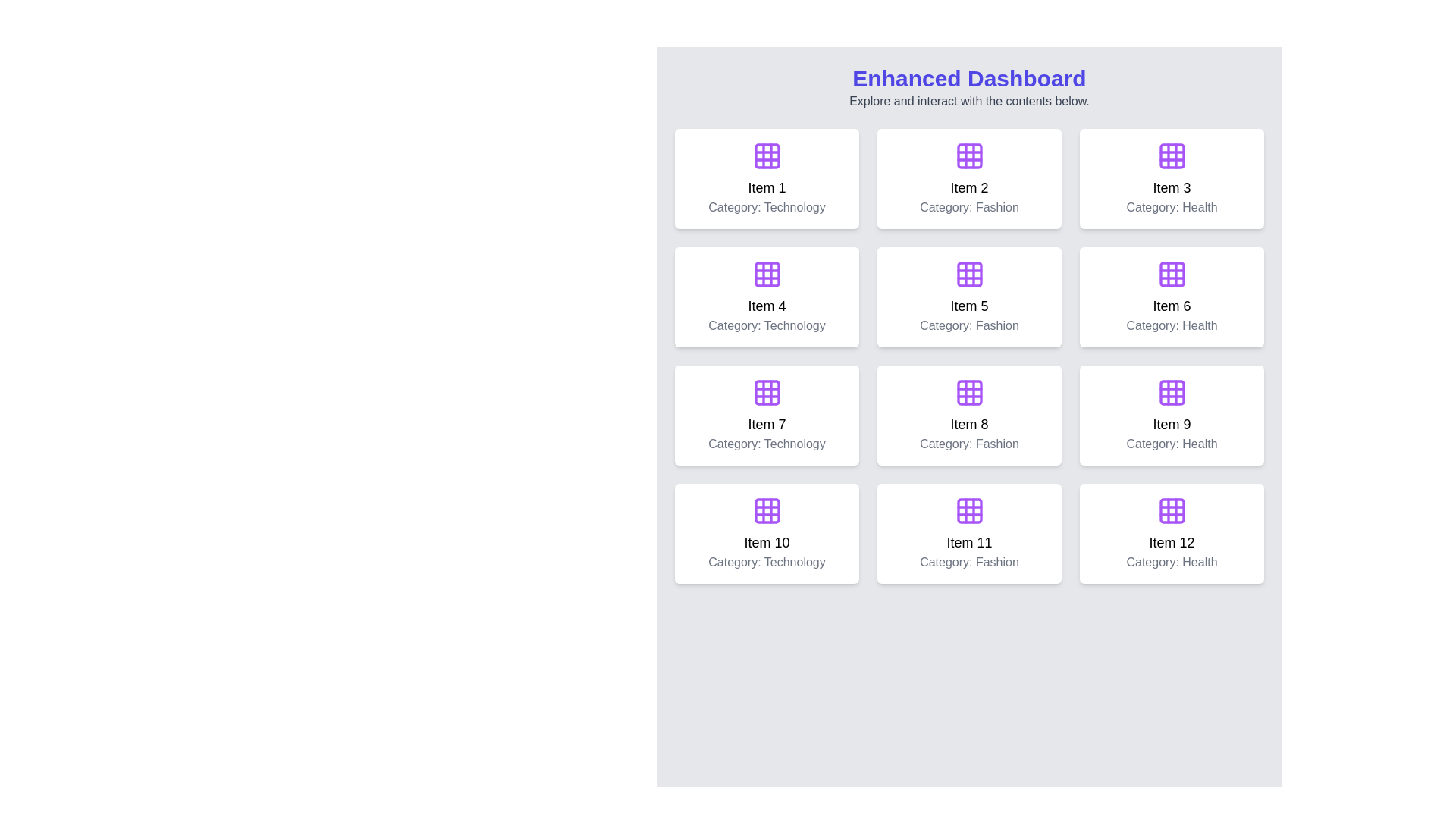 The image size is (1456, 819). What do you see at coordinates (767, 155) in the screenshot?
I see `the decorative SVG element located in the bottom-right cell of the grid-like icon within 'Item 1' on the dashboard` at bounding box center [767, 155].